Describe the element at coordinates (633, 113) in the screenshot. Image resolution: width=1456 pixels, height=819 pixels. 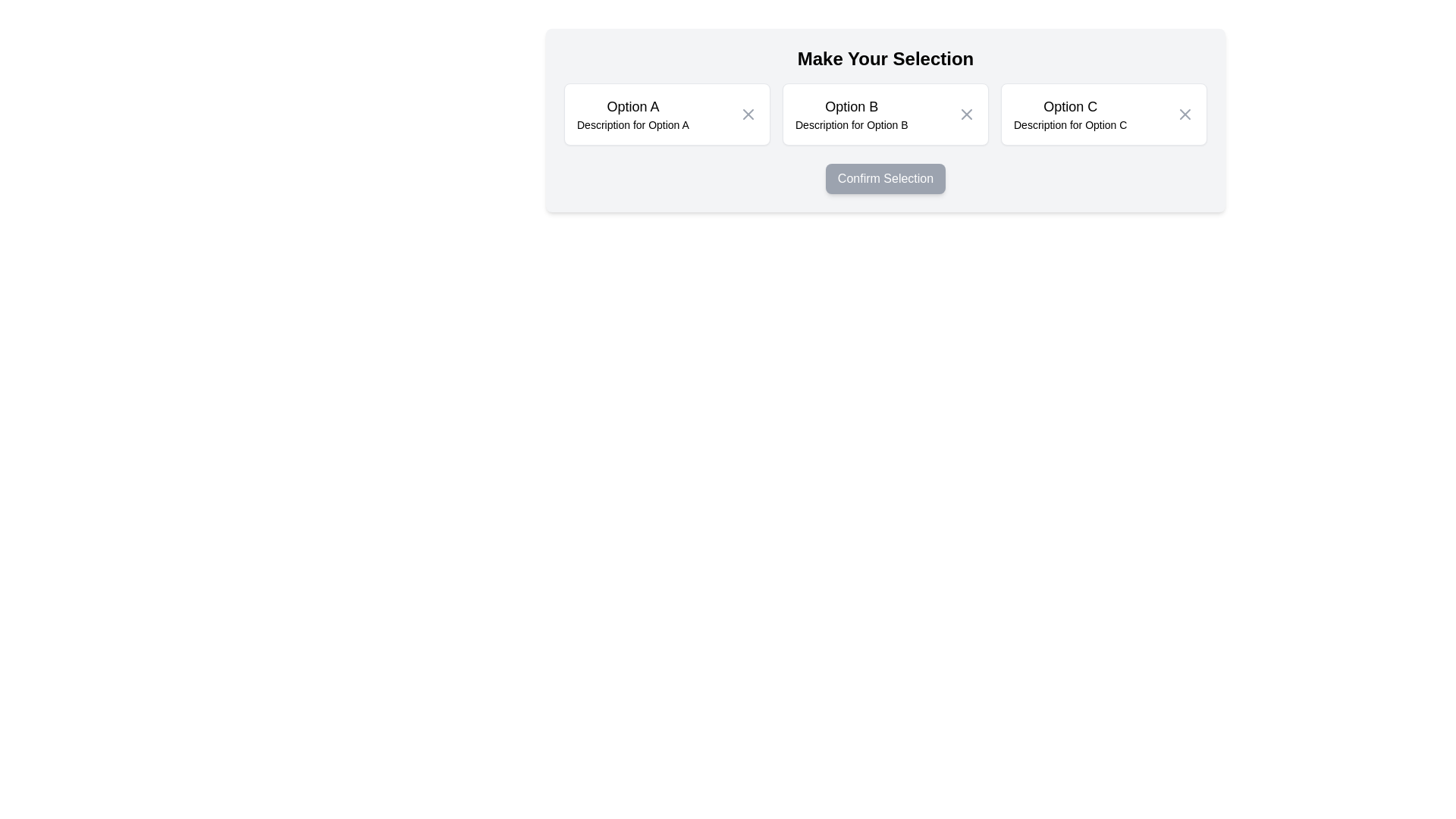
I see `the 'Option A' text component, which is the leftmost option in a row of three options, located in the top-center area of the interface` at that location.